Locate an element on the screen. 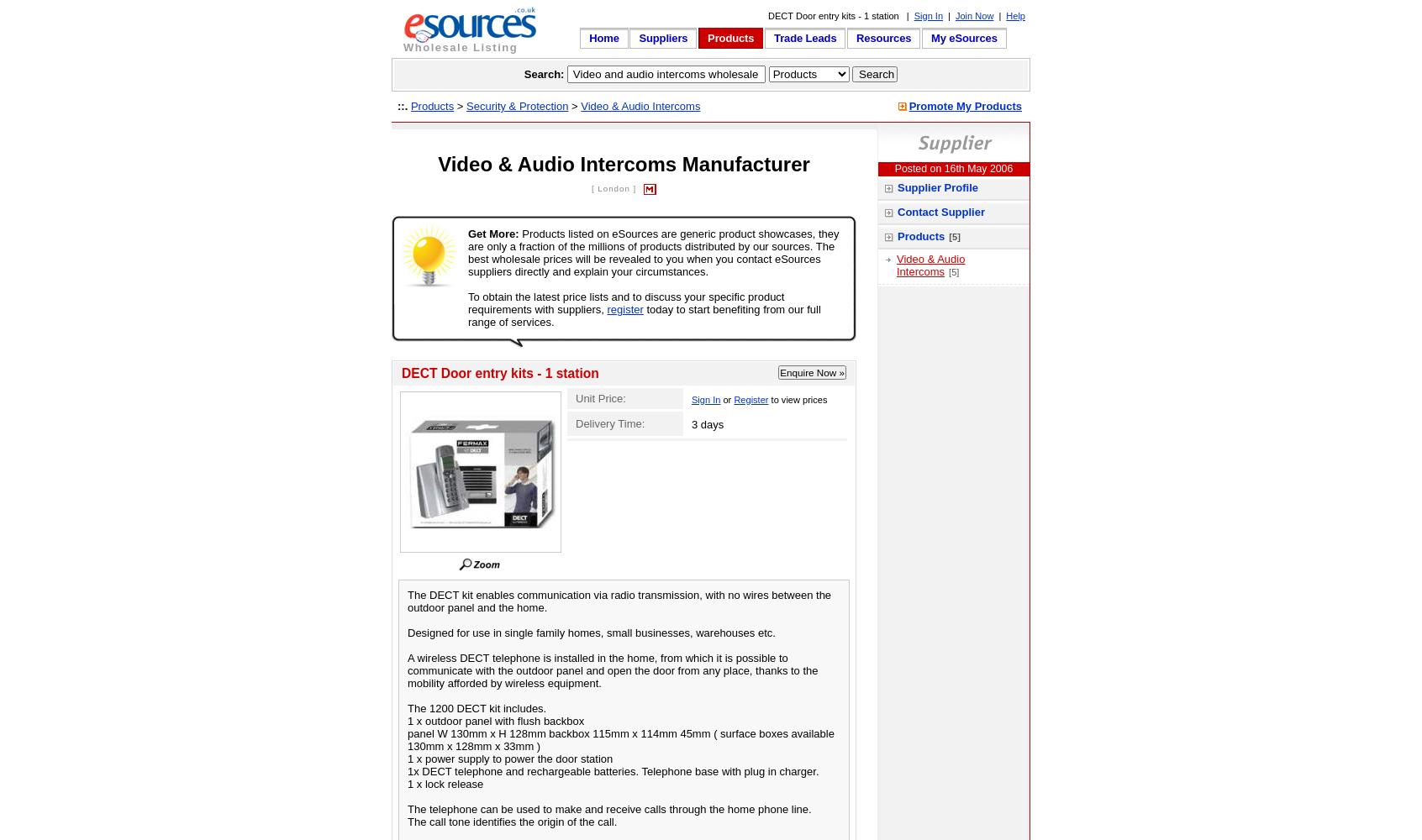 Image resolution: width=1422 pixels, height=840 pixels. 'Help' is located at coordinates (1004, 16).